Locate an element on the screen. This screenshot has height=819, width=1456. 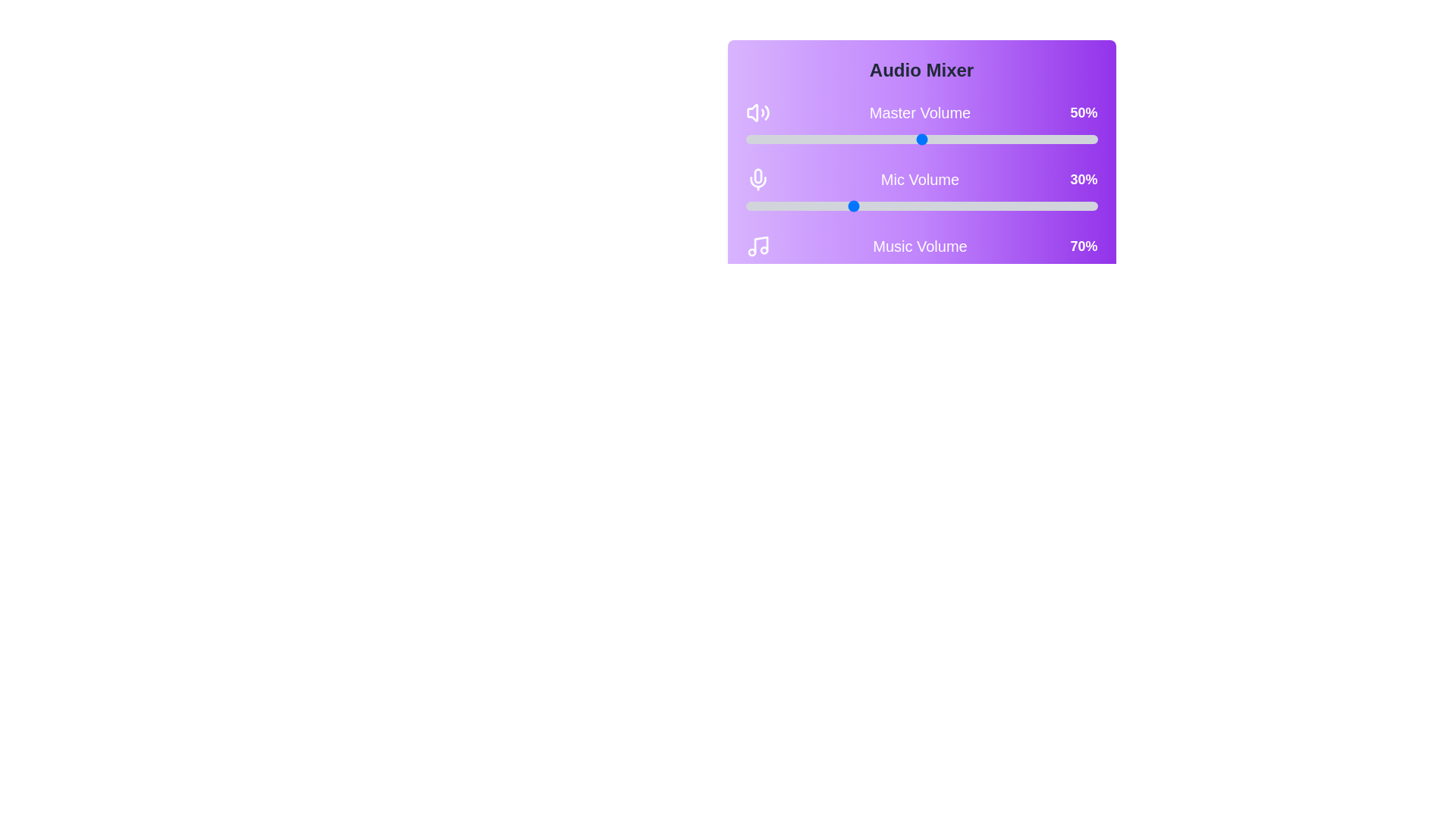
the microphone volume level is located at coordinates (865, 206).